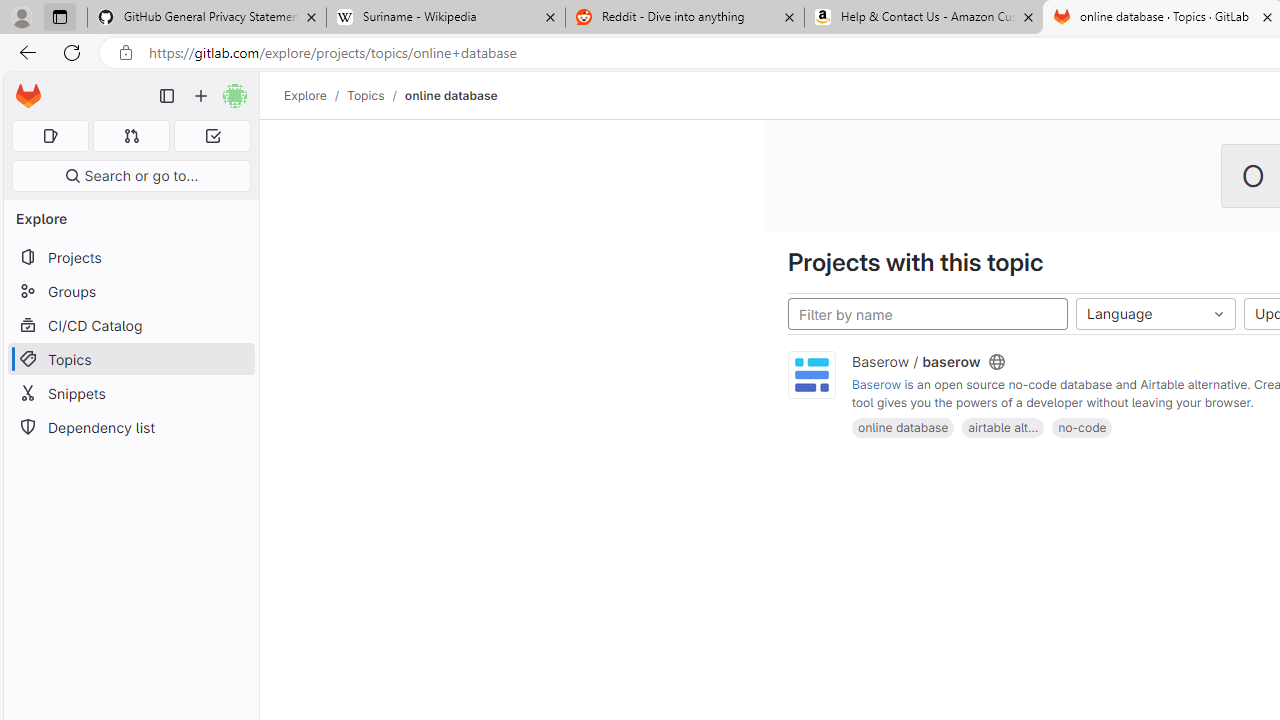  I want to click on 'Topics/', so click(375, 95).